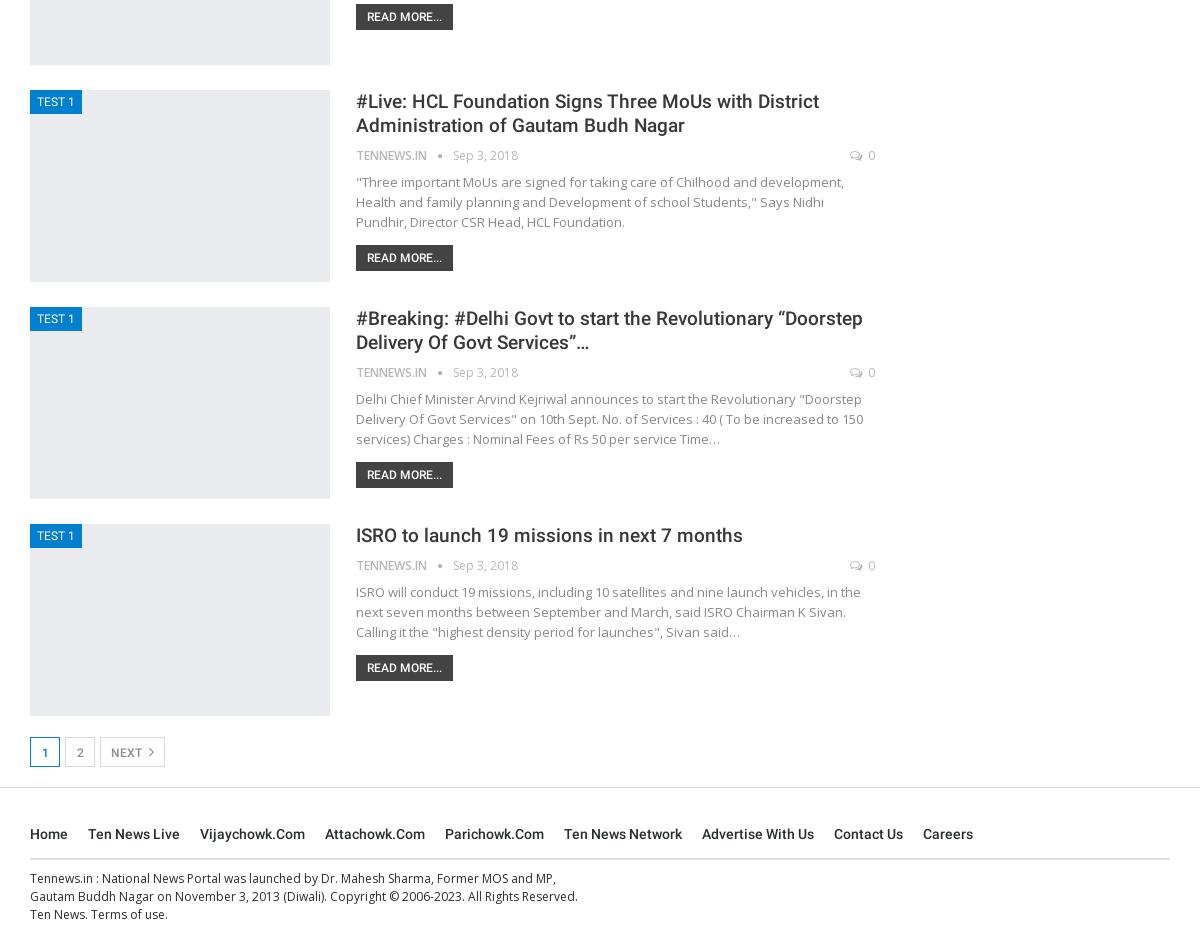  Describe the element at coordinates (702, 832) in the screenshot. I see `'Advertise with us'` at that location.